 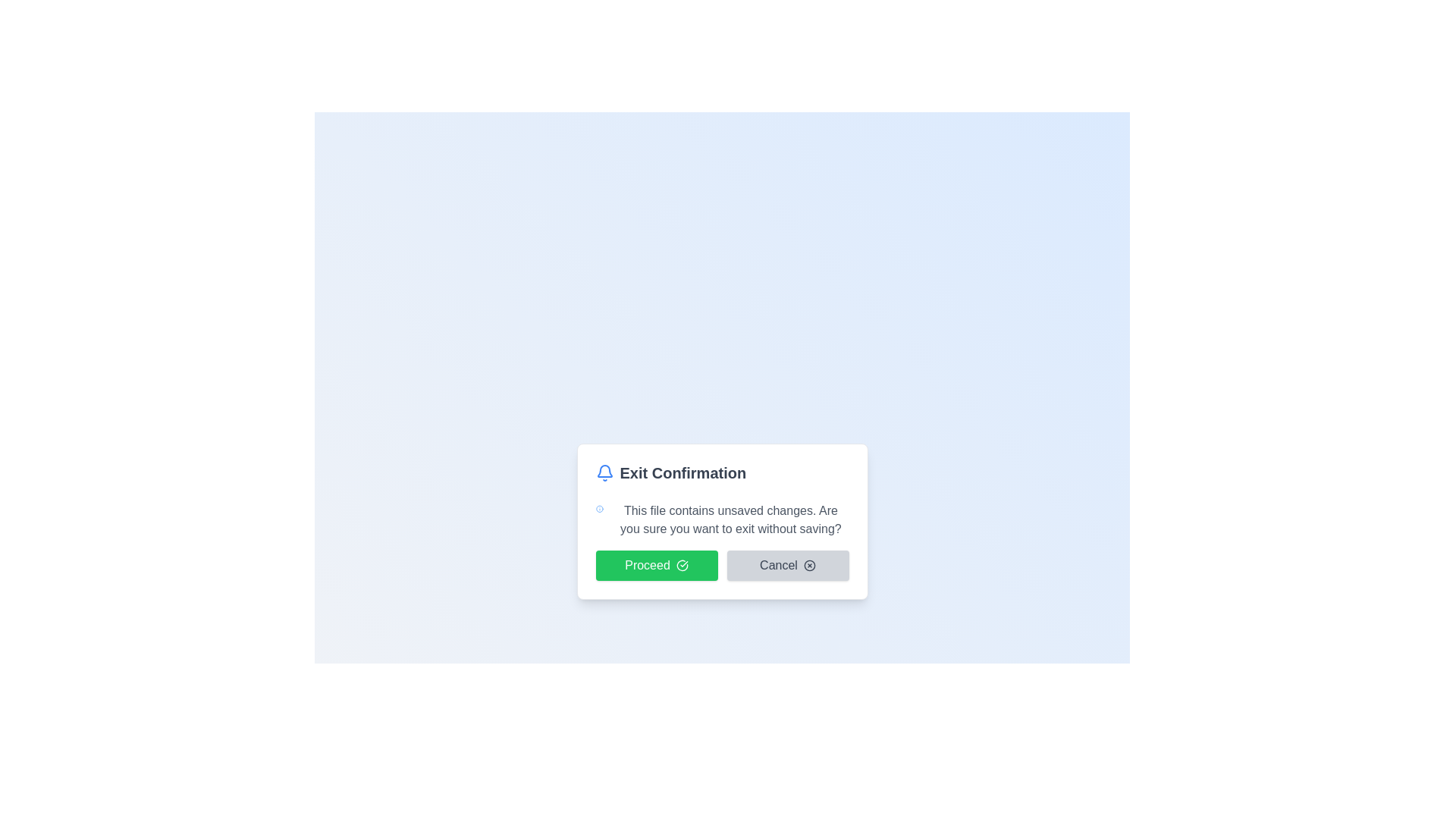 What do you see at coordinates (682, 472) in the screenshot?
I see `text of the bold, dark gray label that says 'Exit Confirmation', which is centrally positioned within the dialog box at the top part` at bounding box center [682, 472].